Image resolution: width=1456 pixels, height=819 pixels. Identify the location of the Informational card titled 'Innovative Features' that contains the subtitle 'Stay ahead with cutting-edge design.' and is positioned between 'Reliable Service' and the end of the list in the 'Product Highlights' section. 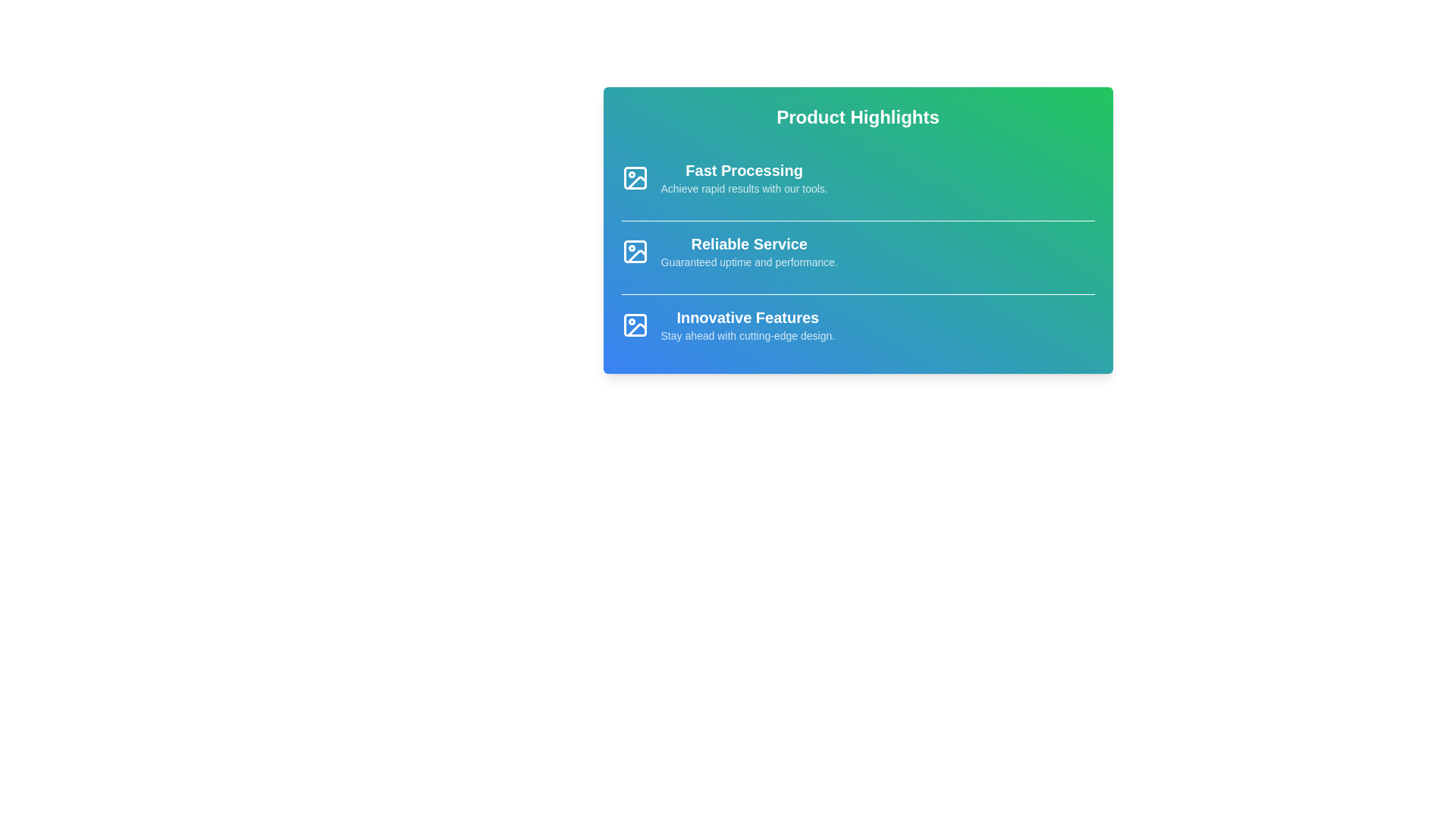
(858, 324).